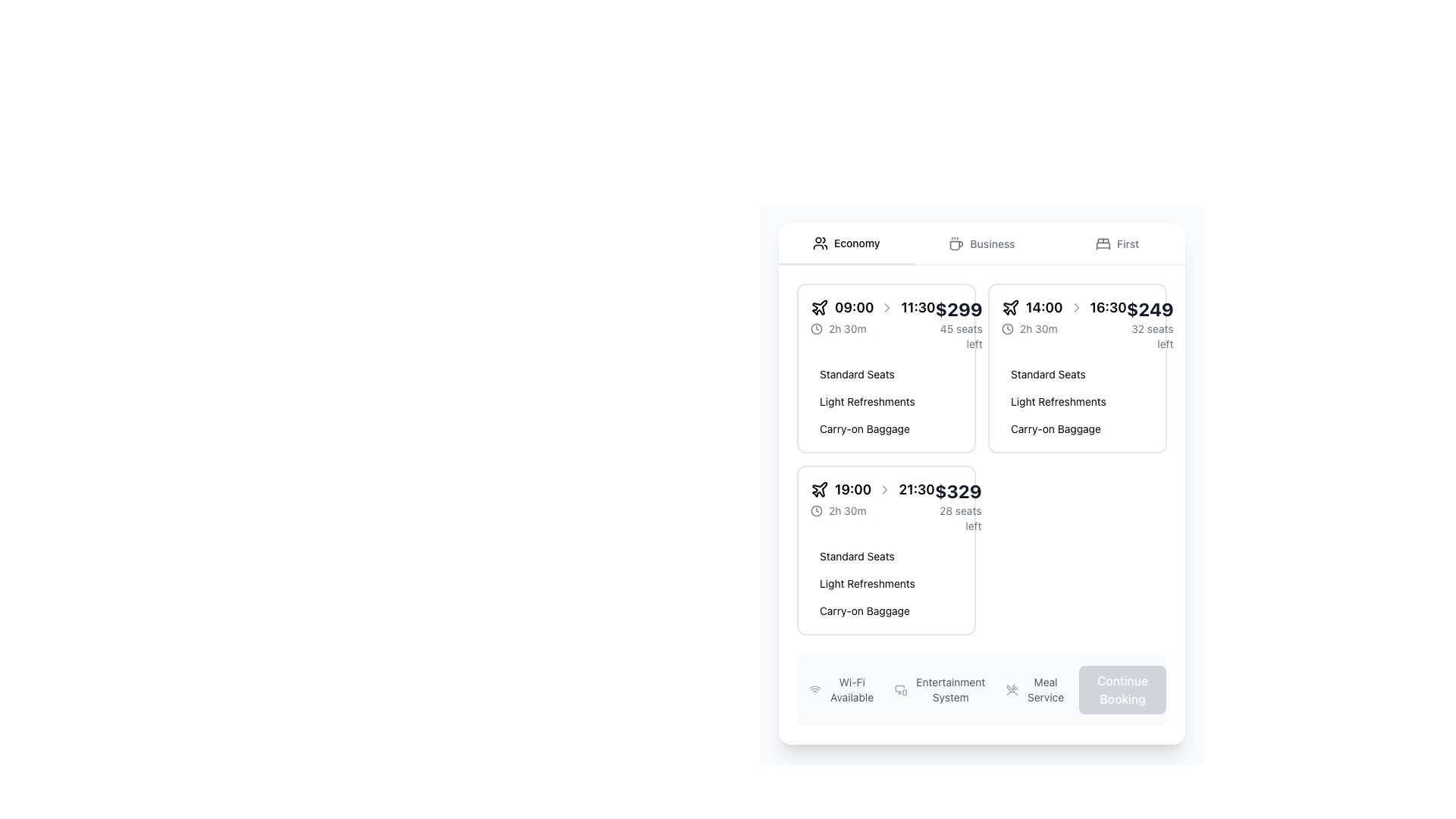  What do you see at coordinates (872, 499) in the screenshot?
I see `the text and icon group displaying flight time '19:00 21:30' and duration '2h 30m' in the second card of the economy section` at bounding box center [872, 499].